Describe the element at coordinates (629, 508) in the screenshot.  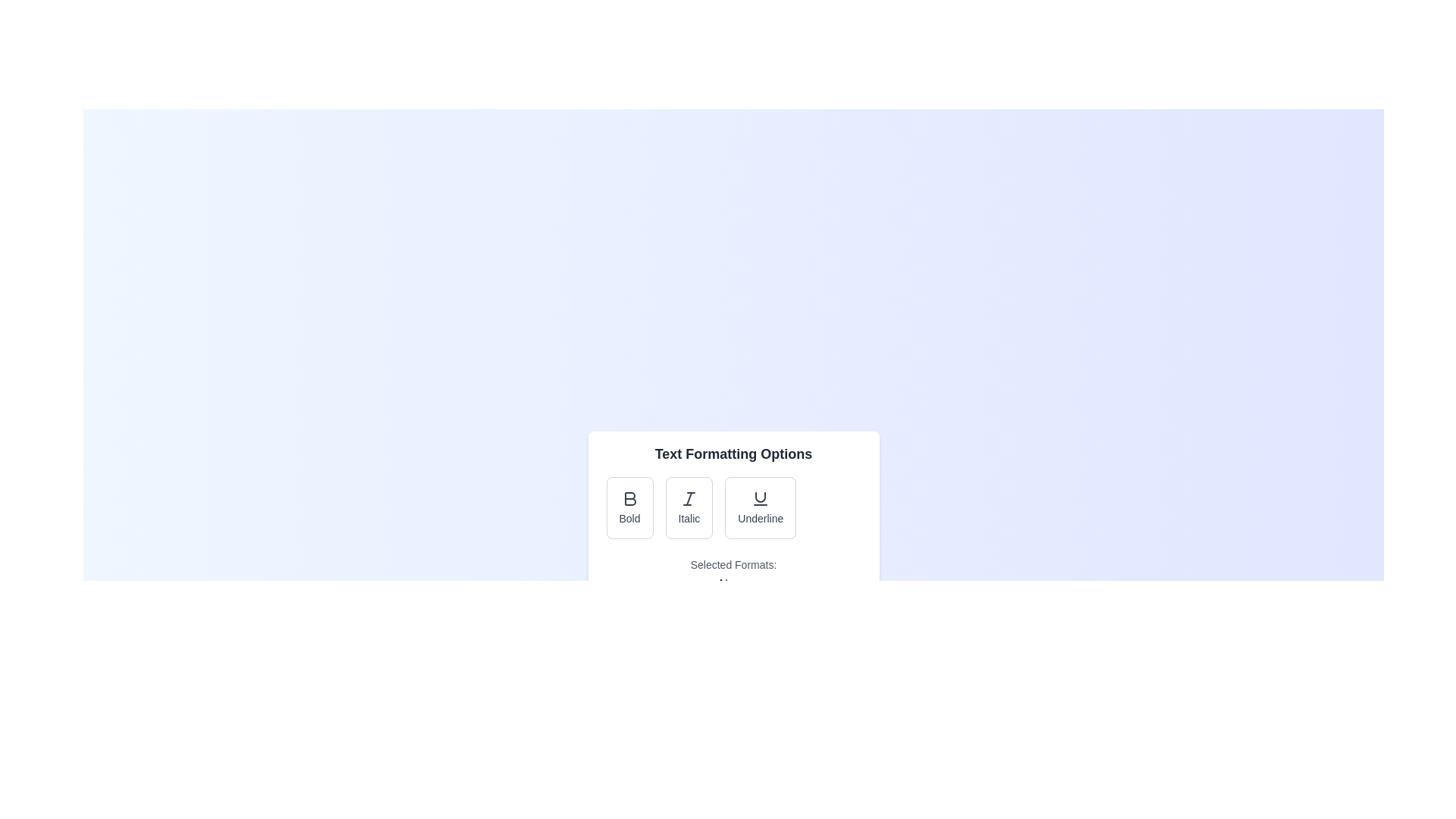
I see `'Bold' button to toggle the bold formatting` at that location.